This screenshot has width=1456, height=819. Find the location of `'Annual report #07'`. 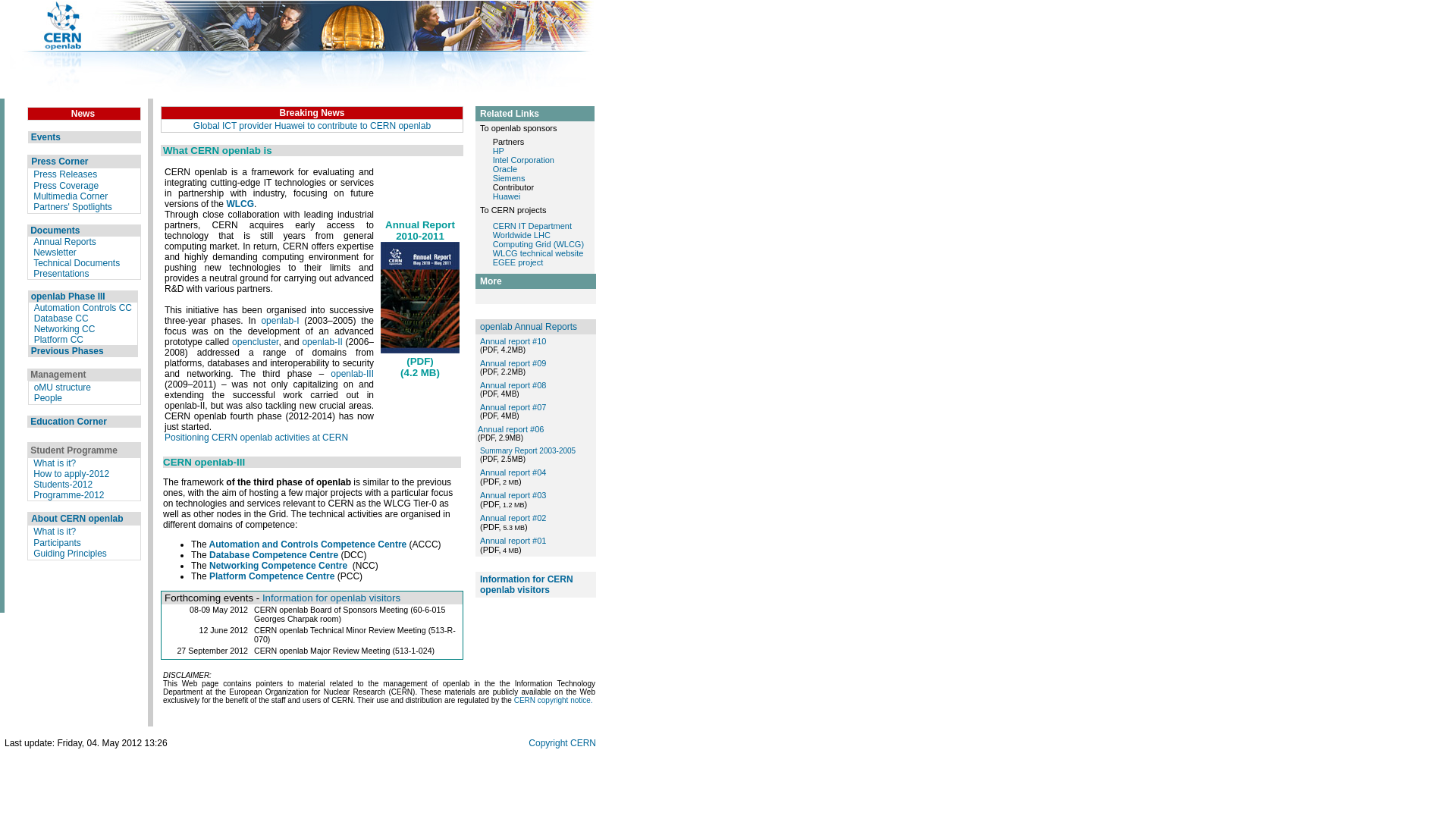

'Annual report #07' is located at coordinates (479, 406).